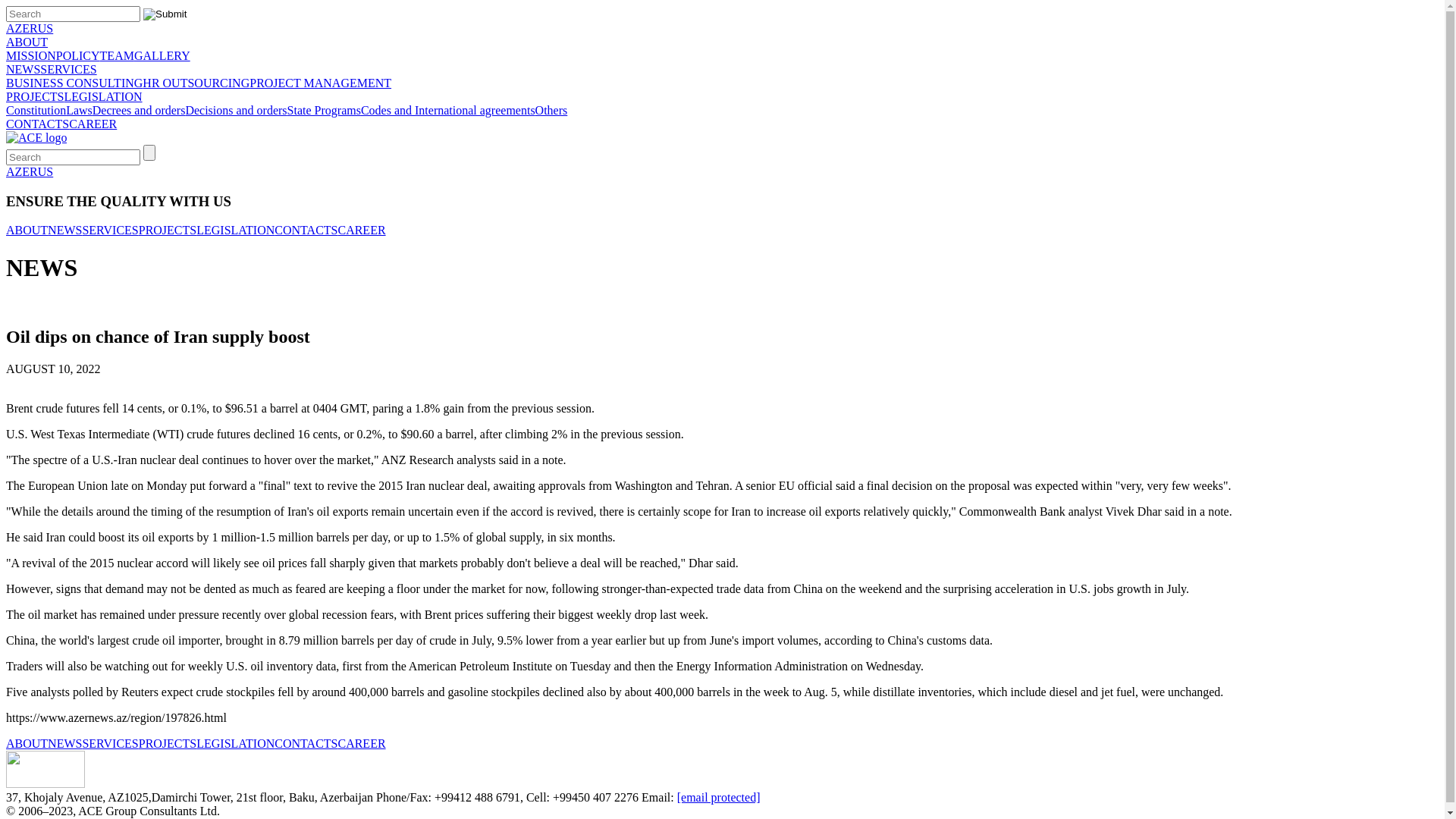 The width and height of the screenshot is (1456, 819). I want to click on '[email protected]', so click(676, 796).